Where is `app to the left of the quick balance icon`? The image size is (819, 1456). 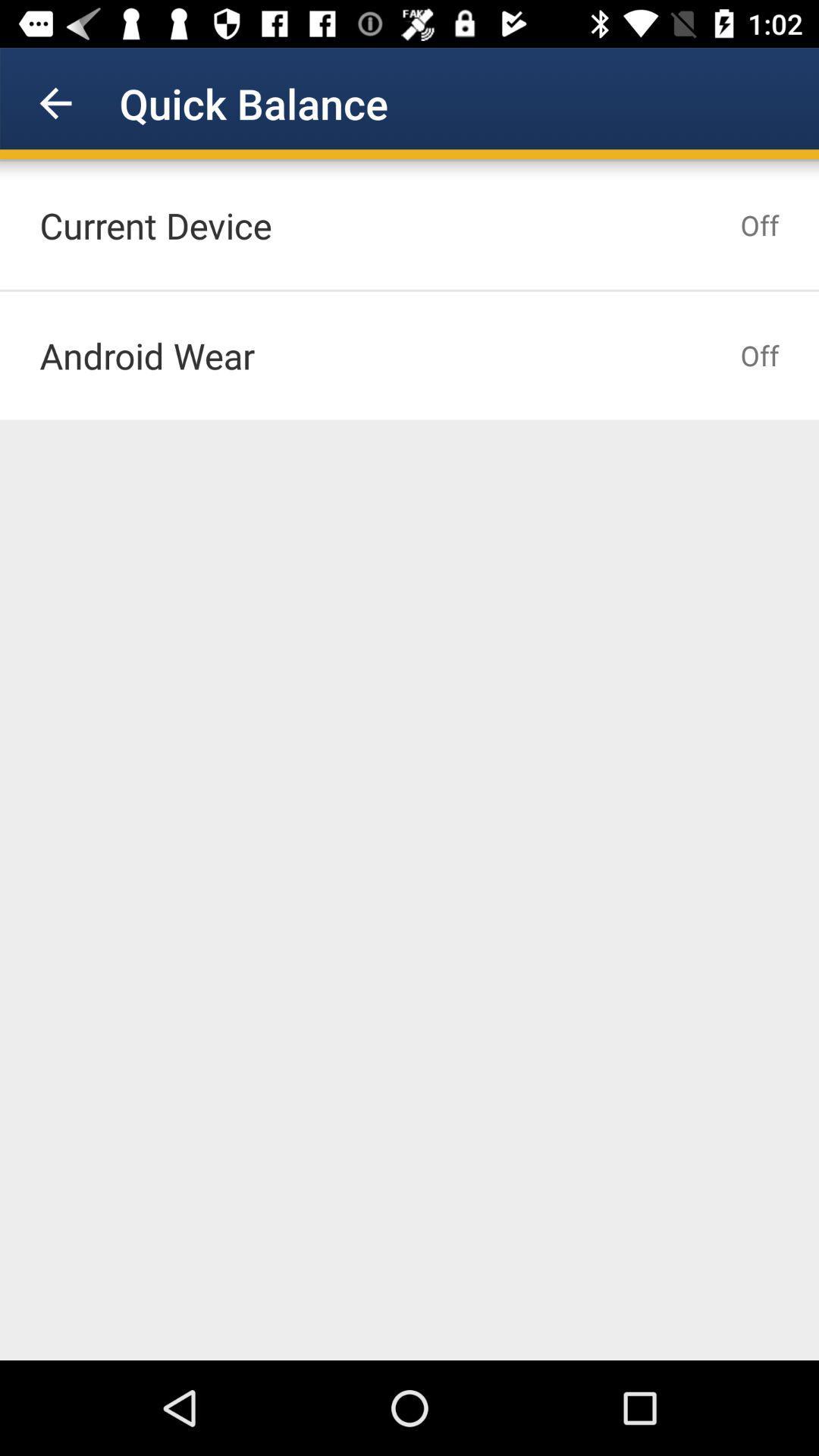
app to the left of the quick balance icon is located at coordinates (55, 102).